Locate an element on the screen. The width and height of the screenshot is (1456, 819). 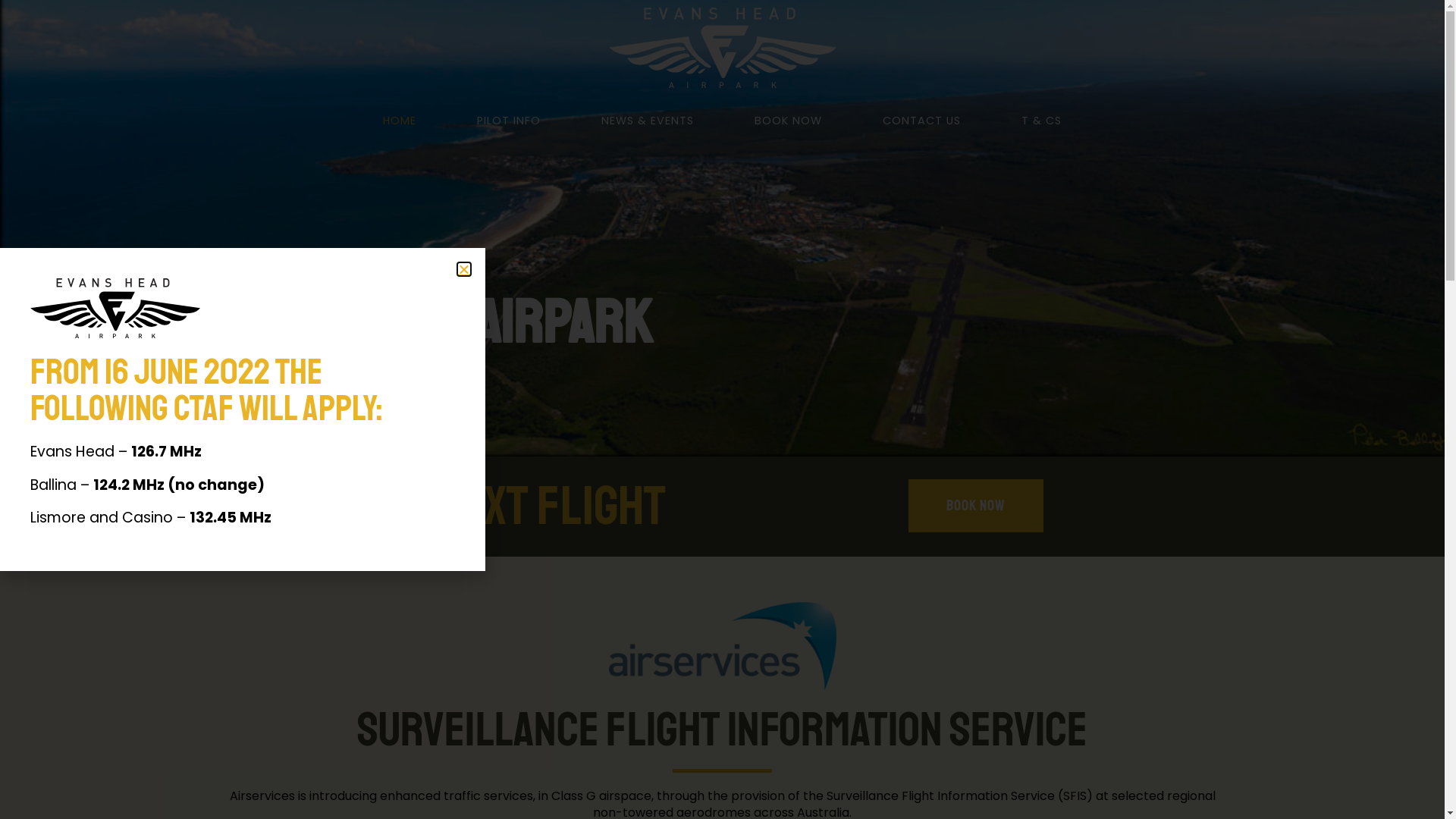
'NEWS & EVENTS' is located at coordinates (570, 119).